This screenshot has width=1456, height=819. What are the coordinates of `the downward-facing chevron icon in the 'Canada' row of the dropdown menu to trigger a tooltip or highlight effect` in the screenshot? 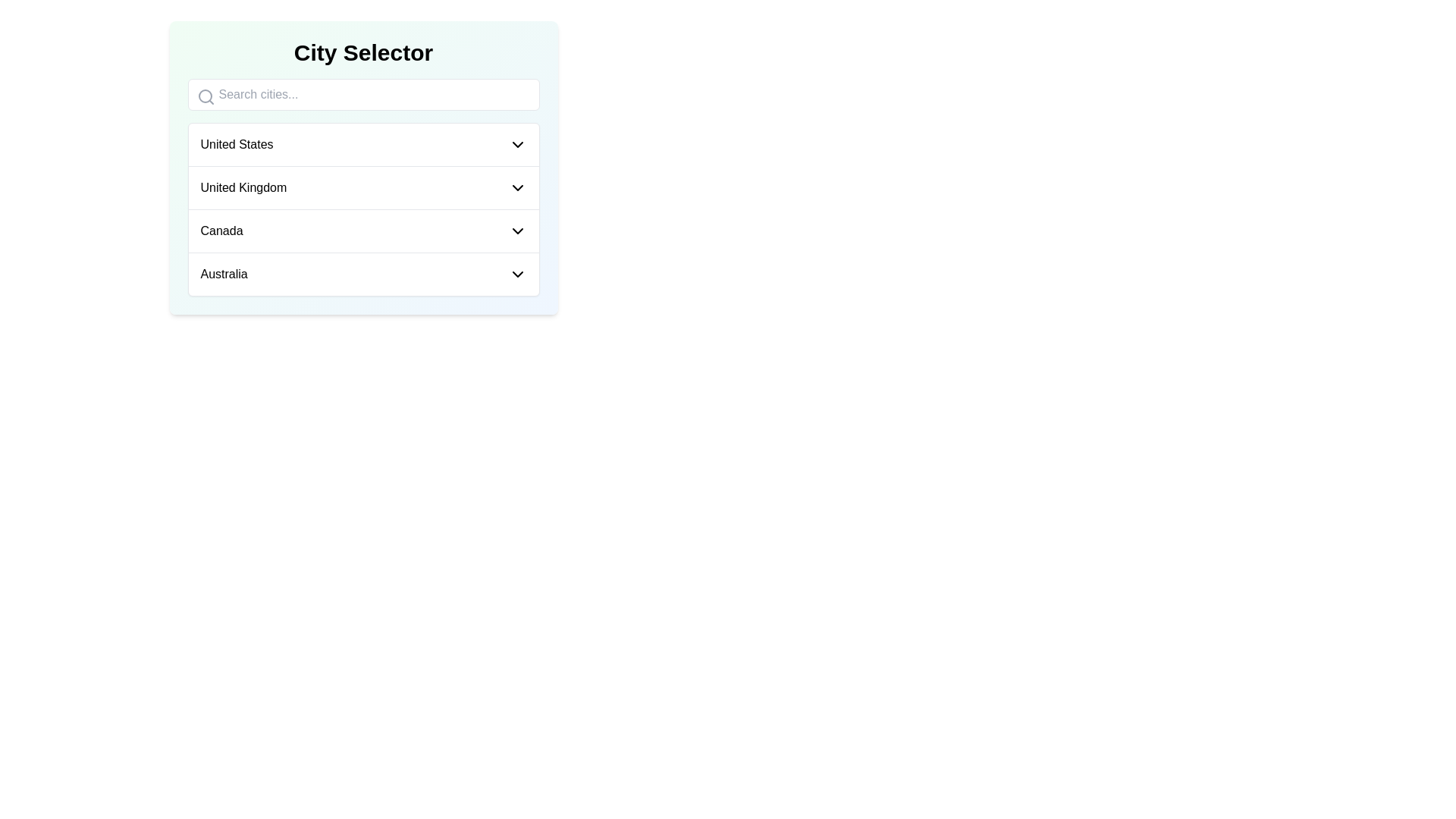 It's located at (517, 231).